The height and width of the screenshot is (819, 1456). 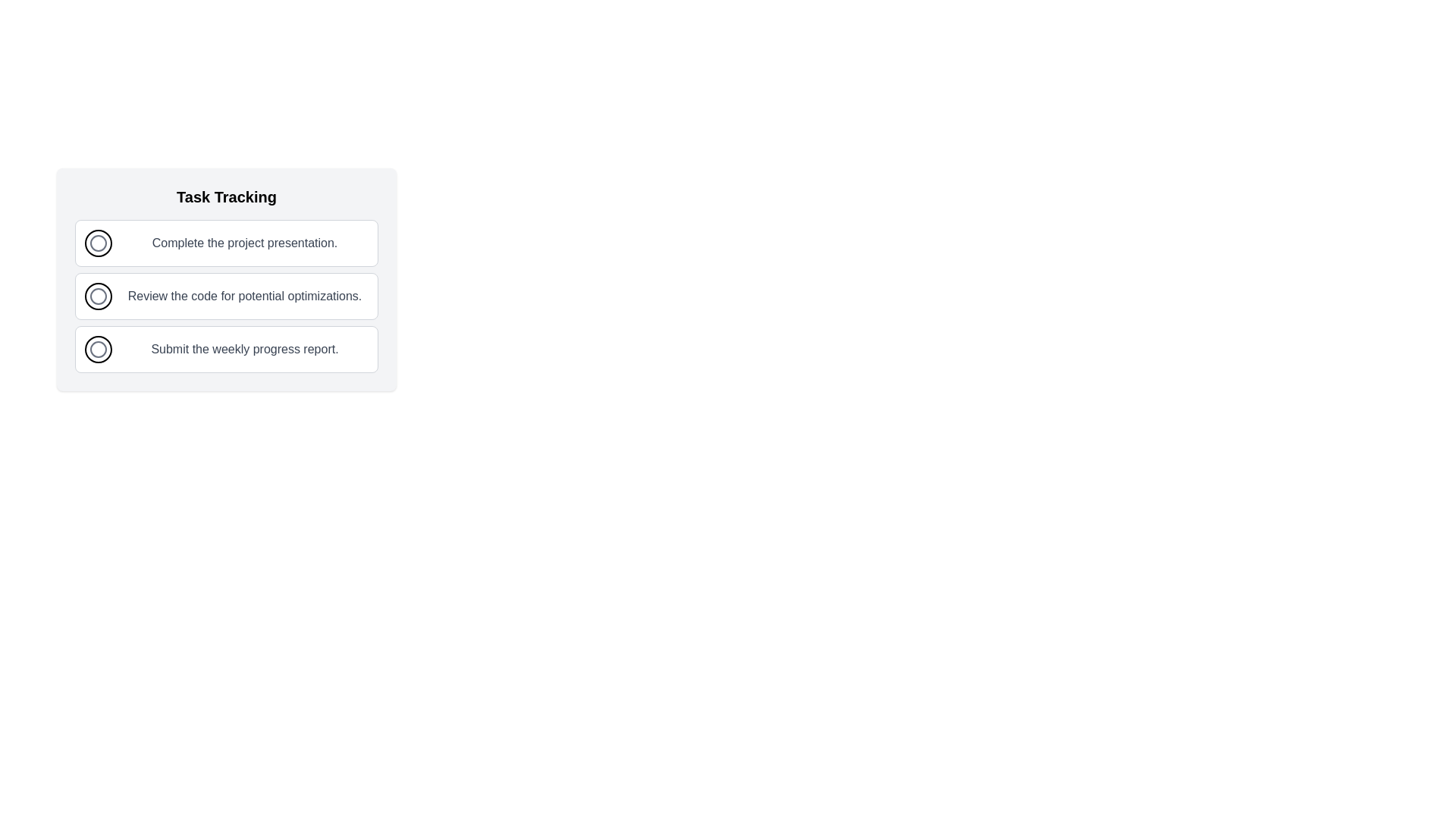 What do you see at coordinates (97, 242) in the screenshot?
I see `the first circular indicator icon adjacent to the text 'Complete the project presentation'` at bounding box center [97, 242].